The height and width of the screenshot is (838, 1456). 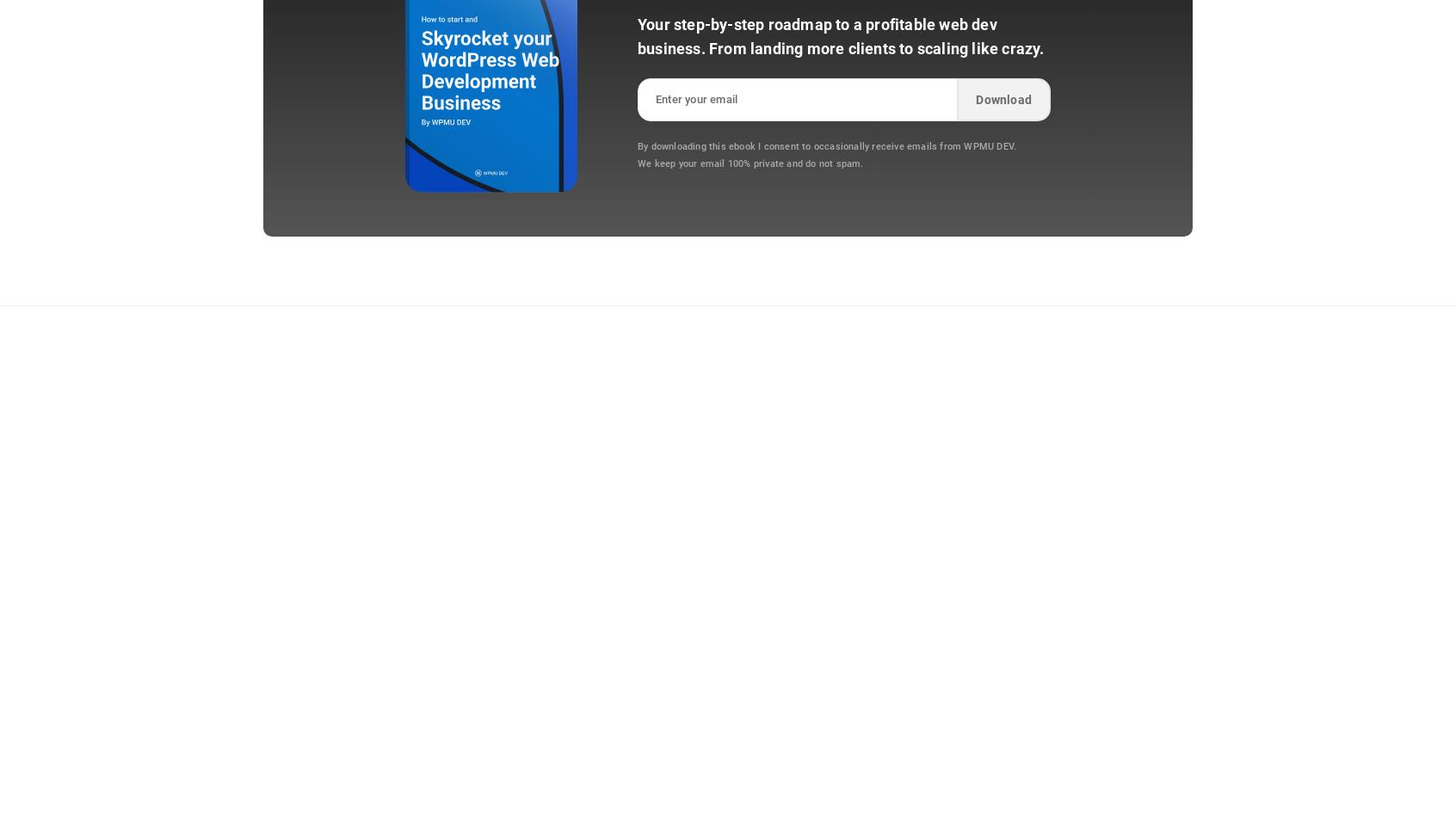 What do you see at coordinates (762, 419) in the screenshot?
I see `'Automation'` at bounding box center [762, 419].